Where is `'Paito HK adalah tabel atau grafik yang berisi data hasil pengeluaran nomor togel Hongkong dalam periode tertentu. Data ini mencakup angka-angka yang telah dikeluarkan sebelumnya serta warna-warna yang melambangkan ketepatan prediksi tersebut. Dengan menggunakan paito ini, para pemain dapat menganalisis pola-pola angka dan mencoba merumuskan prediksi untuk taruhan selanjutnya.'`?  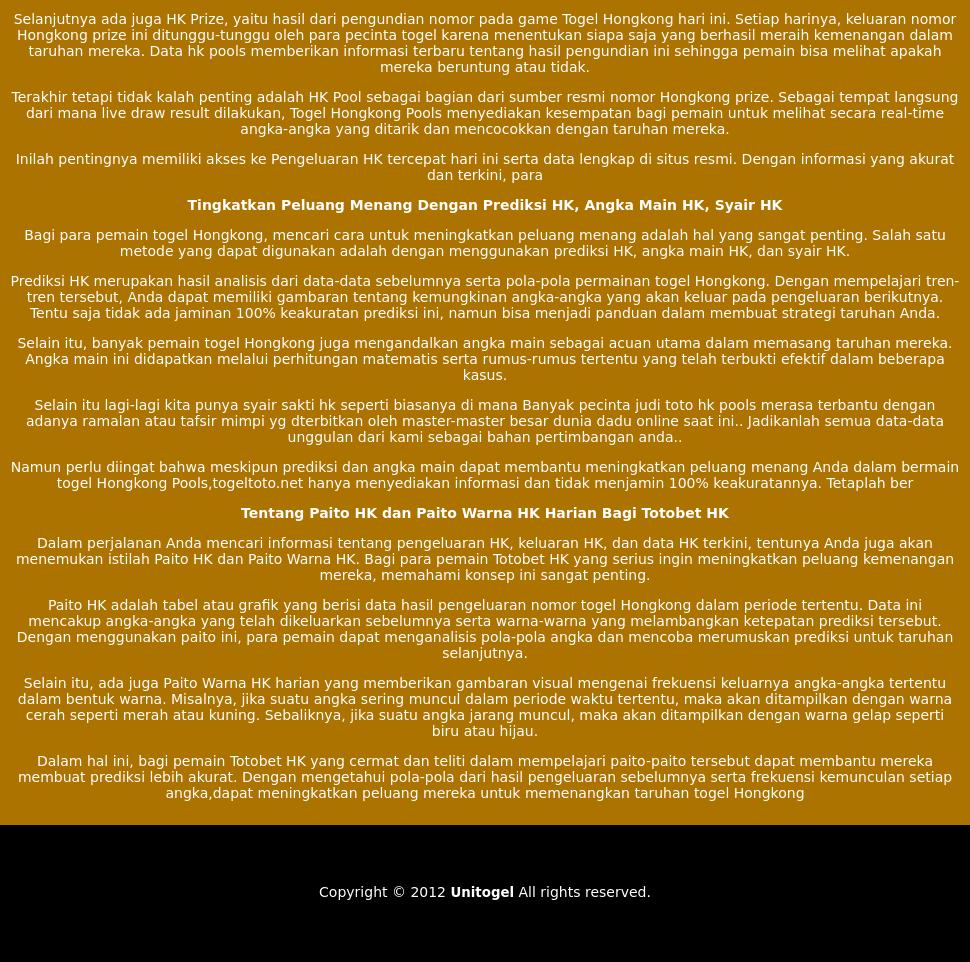
'Paito HK adalah tabel atau grafik yang berisi data hasil pengeluaran nomor togel Hongkong dalam periode tertentu. Data ini mencakup angka-angka yang telah dikeluarkan sebelumnya serta warna-warna yang melambangkan ketepatan prediksi tersebut. Dengan menggunakan paito ini, para pemain dapat menganalisis pola-pola angka dan mencoba merumuskan prediksi untuk taruhan selanjutnya.' is located at coordinates (483, 627).